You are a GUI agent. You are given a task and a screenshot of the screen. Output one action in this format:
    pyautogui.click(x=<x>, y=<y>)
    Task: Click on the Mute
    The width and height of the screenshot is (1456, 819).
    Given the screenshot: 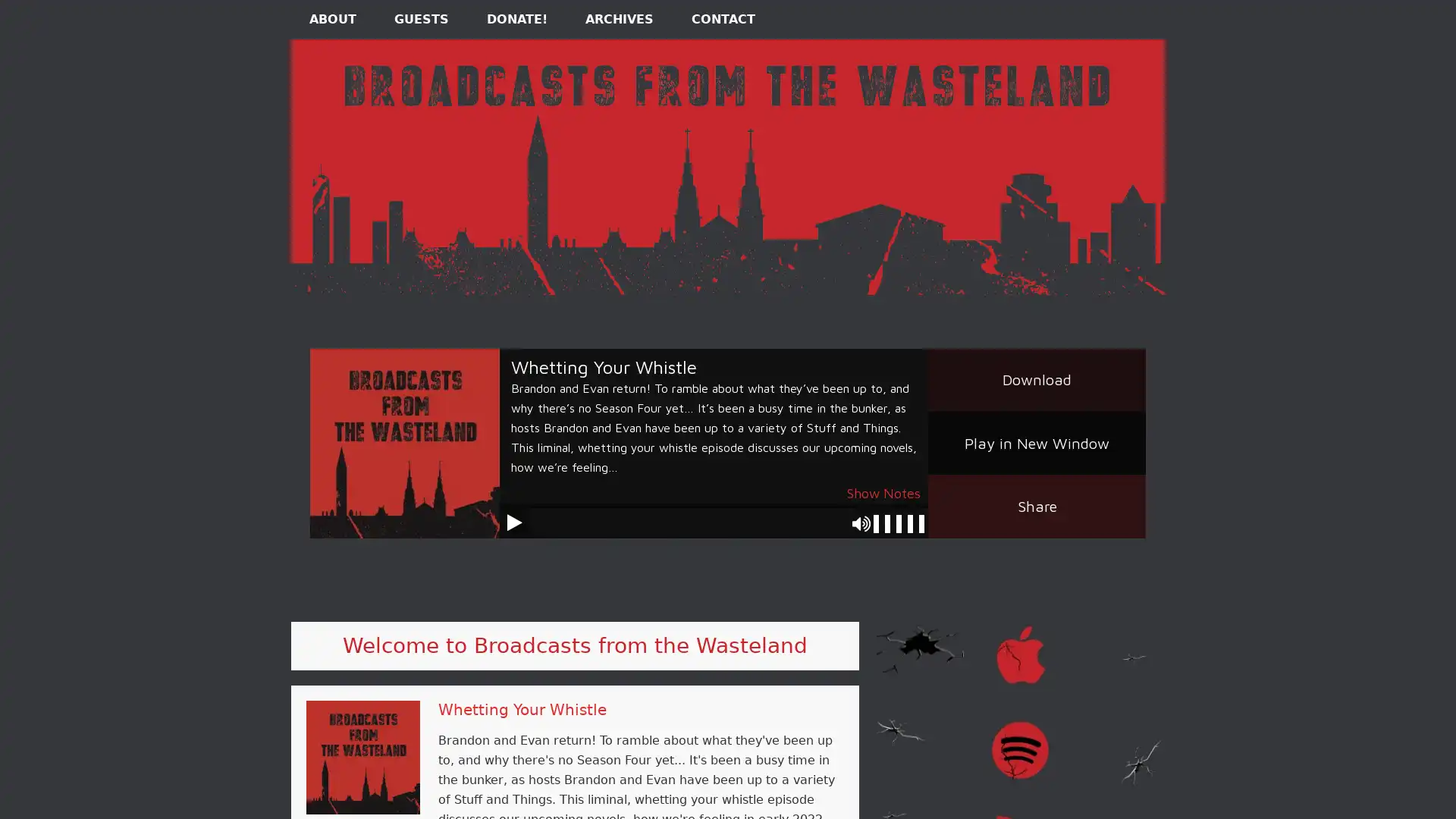 What is the action you would take?
    pyautogui.click(x=861, y=522)
    